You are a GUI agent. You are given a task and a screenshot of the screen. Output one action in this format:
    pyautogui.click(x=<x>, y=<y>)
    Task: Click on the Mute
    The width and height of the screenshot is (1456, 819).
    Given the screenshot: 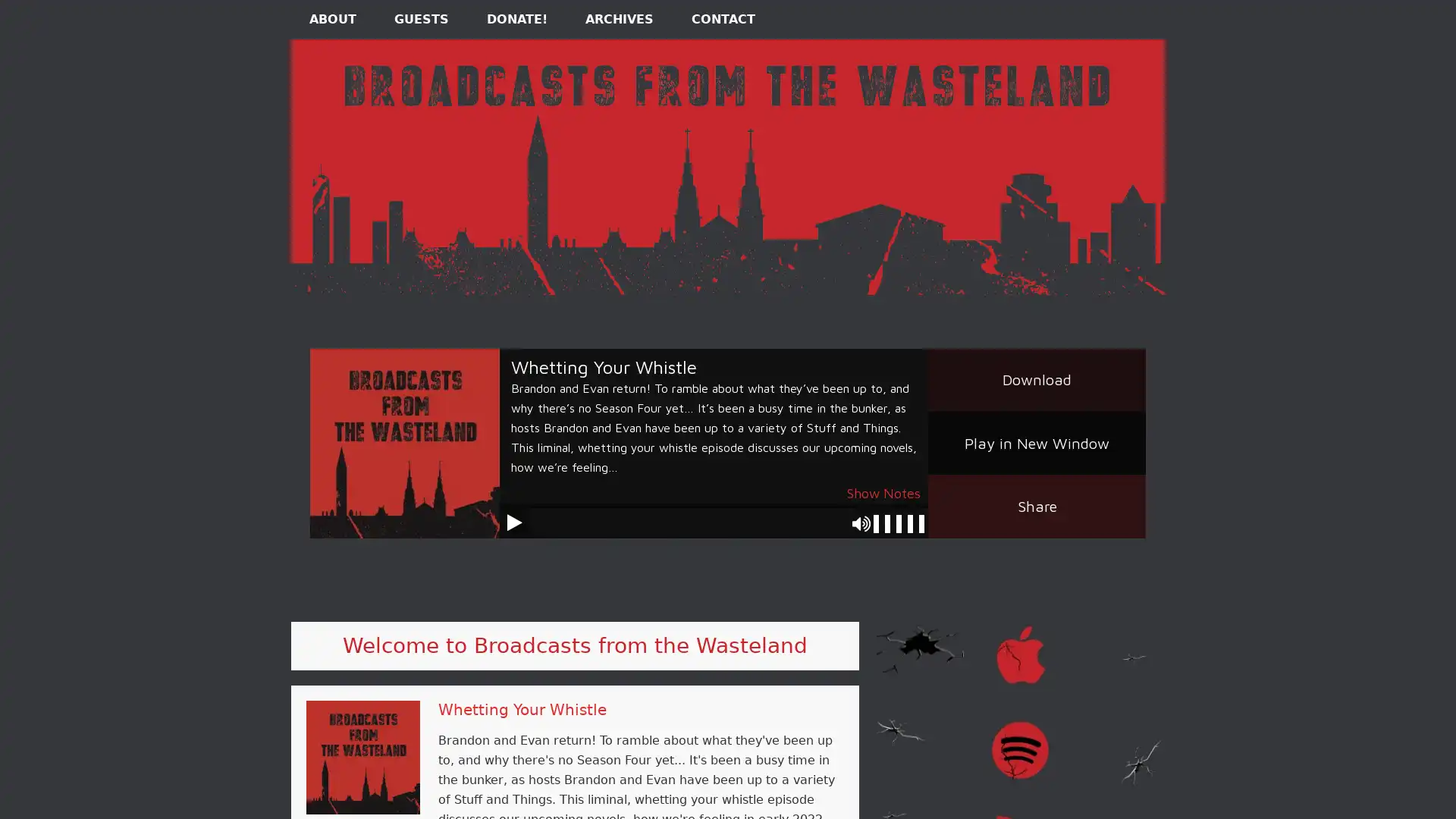 What is the action you would take?
    pyautogui.click(x=861, y=522)
    